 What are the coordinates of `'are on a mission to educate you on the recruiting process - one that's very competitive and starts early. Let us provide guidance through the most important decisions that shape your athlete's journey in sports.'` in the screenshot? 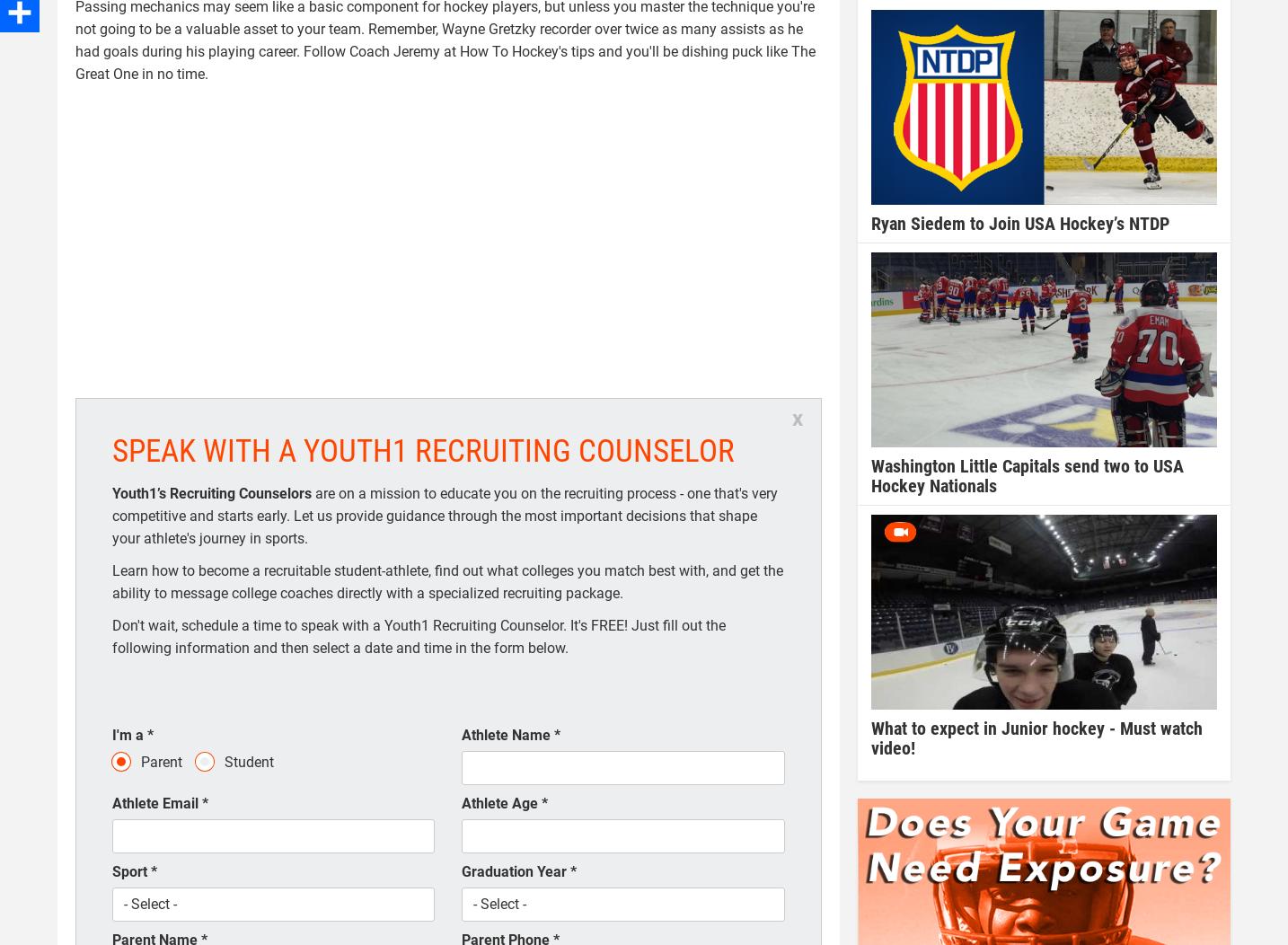 It's located at (112, 515).